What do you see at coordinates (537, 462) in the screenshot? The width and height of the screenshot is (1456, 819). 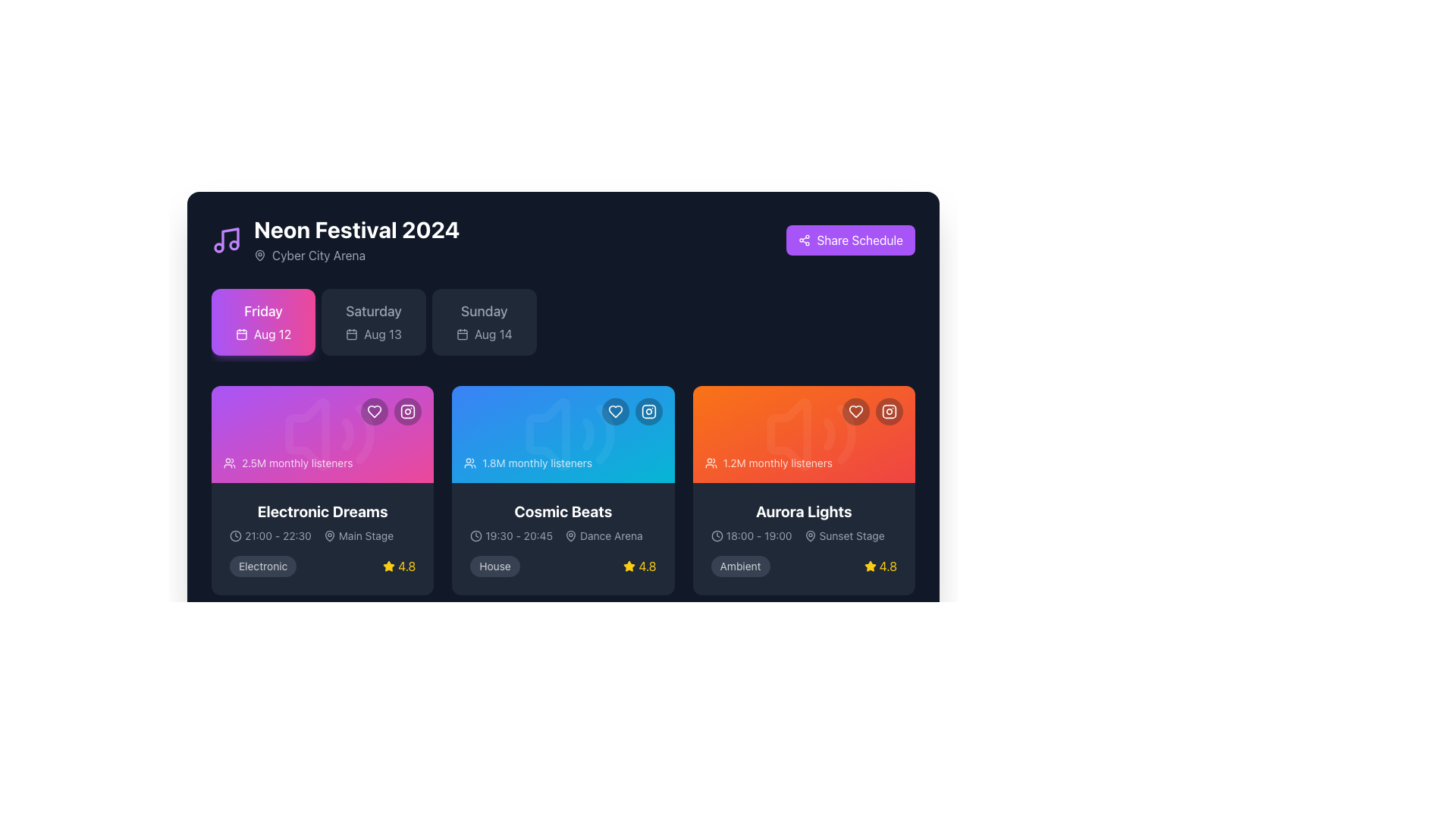 I see `the text label displaying the number of monthly listeners for the 'Cosmic Beats' event` at bounding box center [537, 462].